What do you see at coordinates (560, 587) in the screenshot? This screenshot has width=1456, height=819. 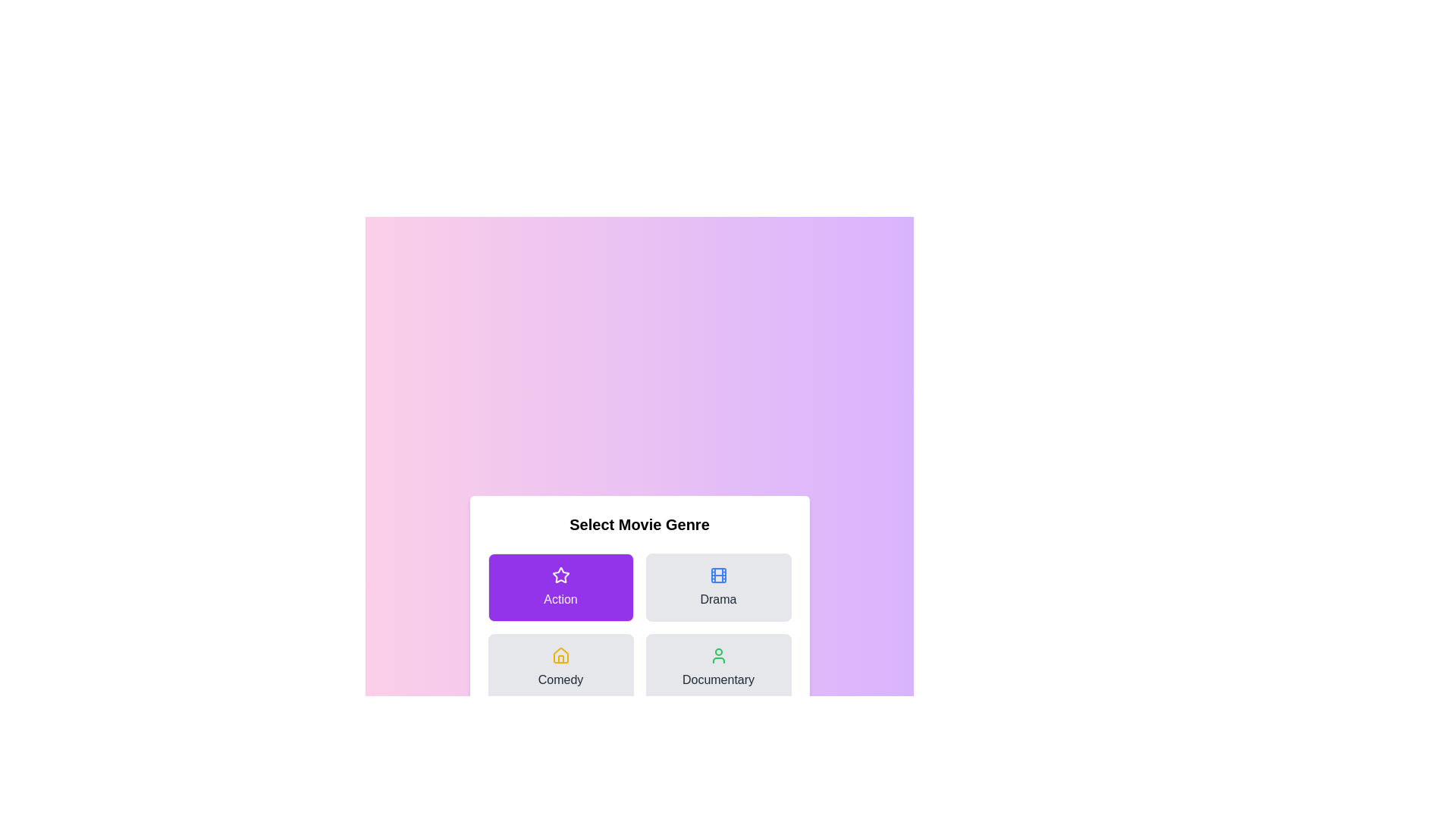 I see `the genre button for Action` at bounding box center [560, 587].